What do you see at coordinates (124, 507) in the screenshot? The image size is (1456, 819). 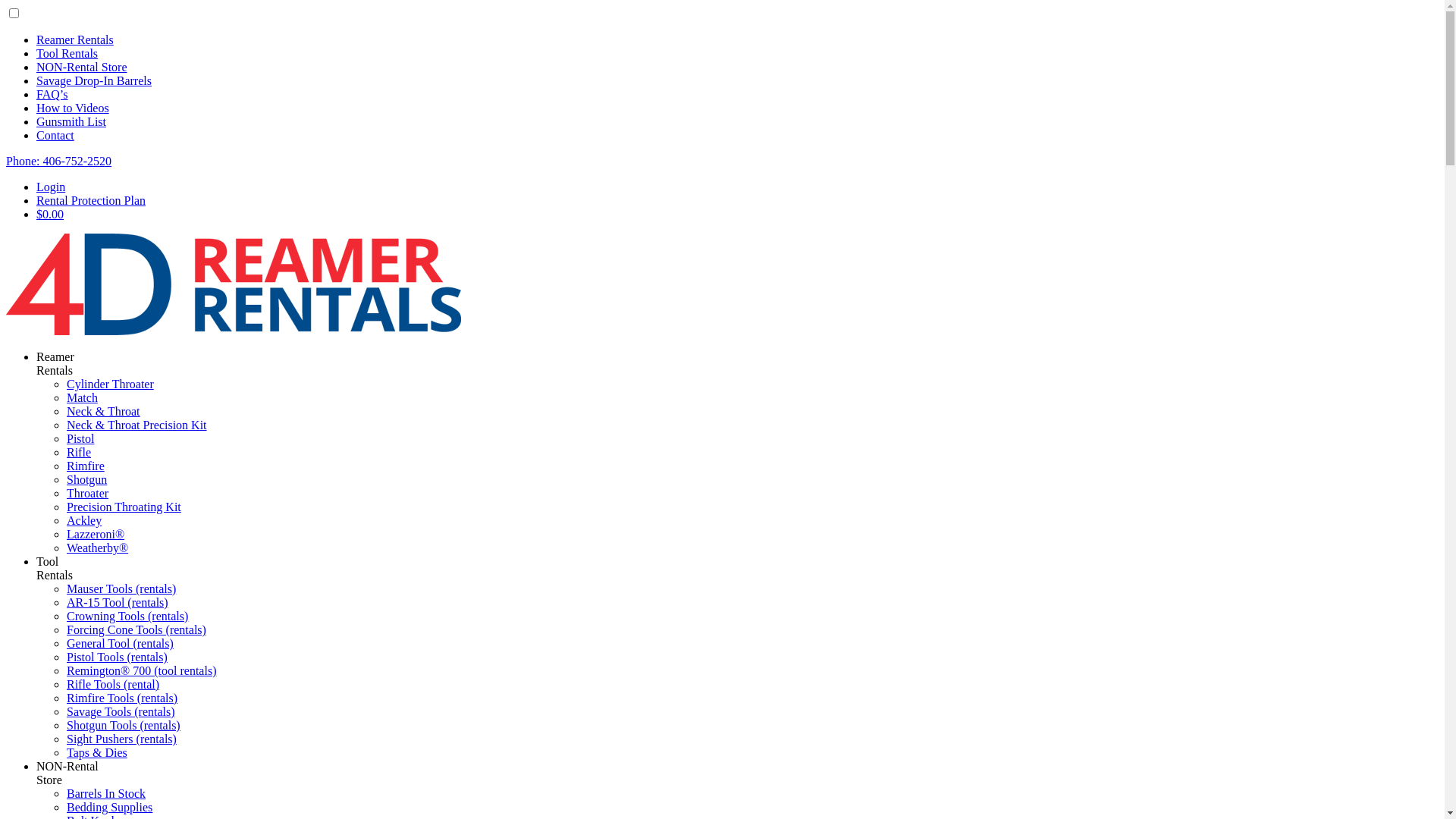 I see `'Precision Throating Kit'` at bounding box center [124, 507].